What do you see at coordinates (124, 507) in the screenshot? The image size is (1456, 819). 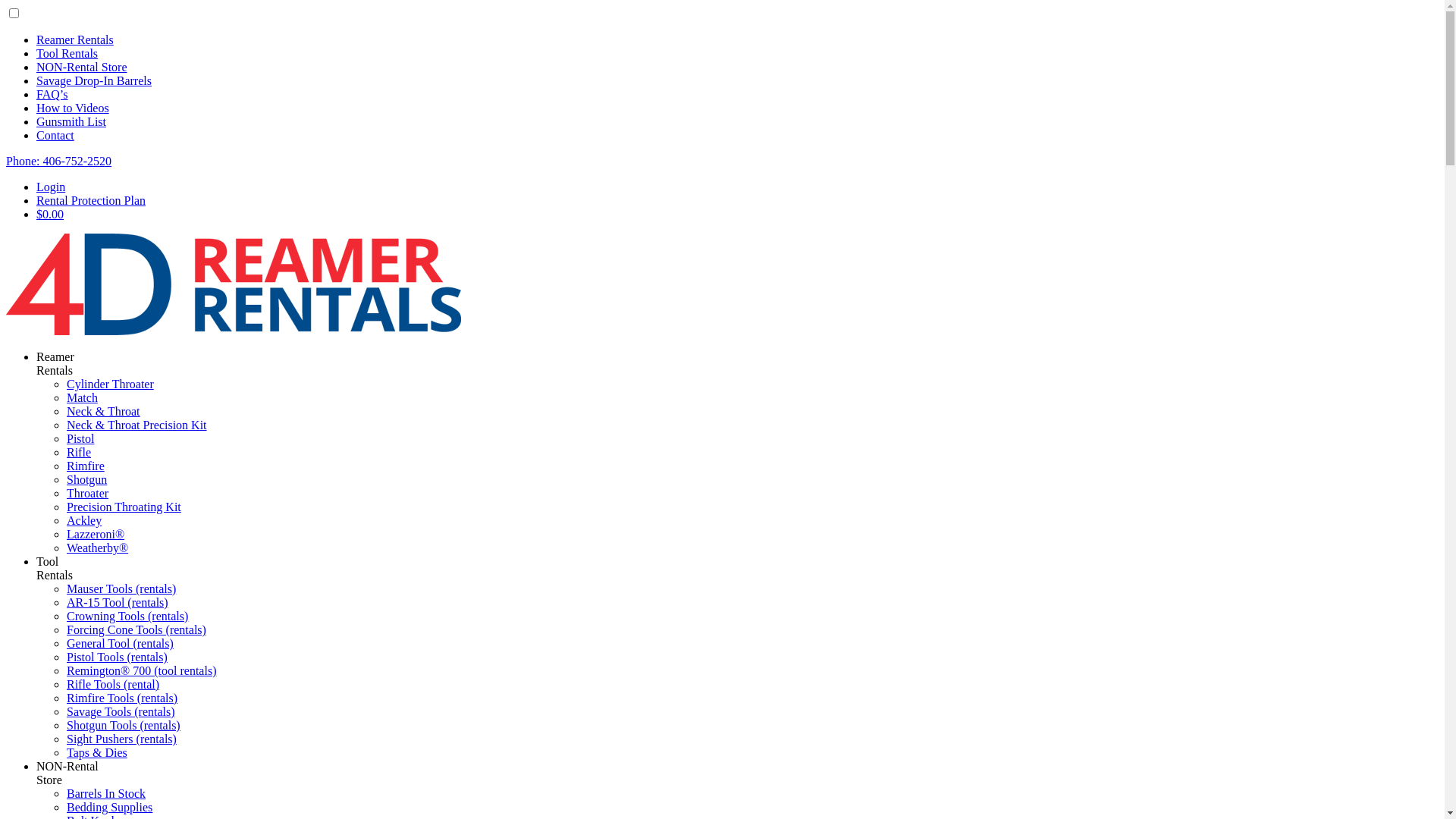 I see `'Precision Throating Kit'` at bounding box center [124, 507].